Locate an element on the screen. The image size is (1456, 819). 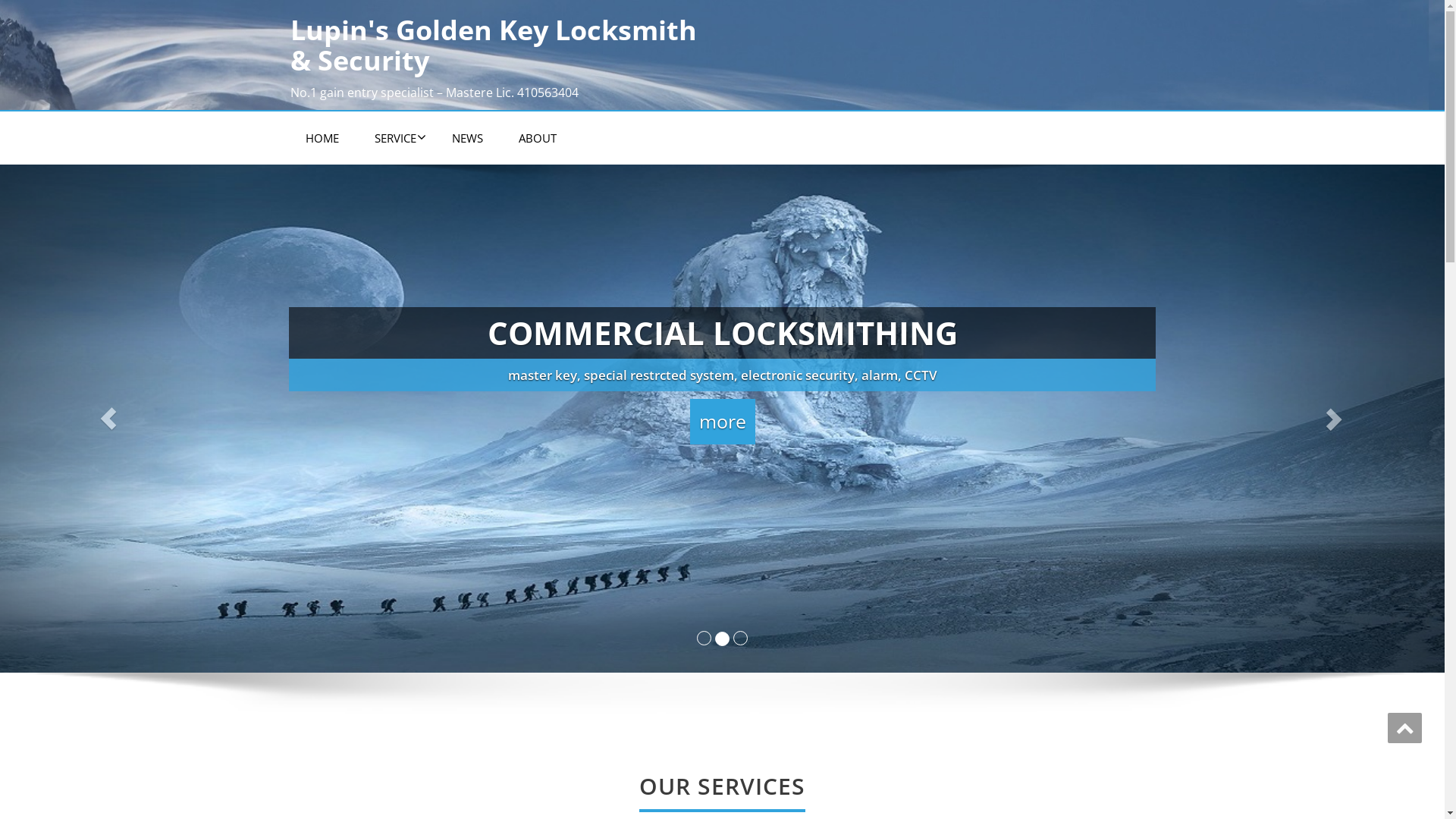
'SERVICE' is located at coordinates (395, 137).